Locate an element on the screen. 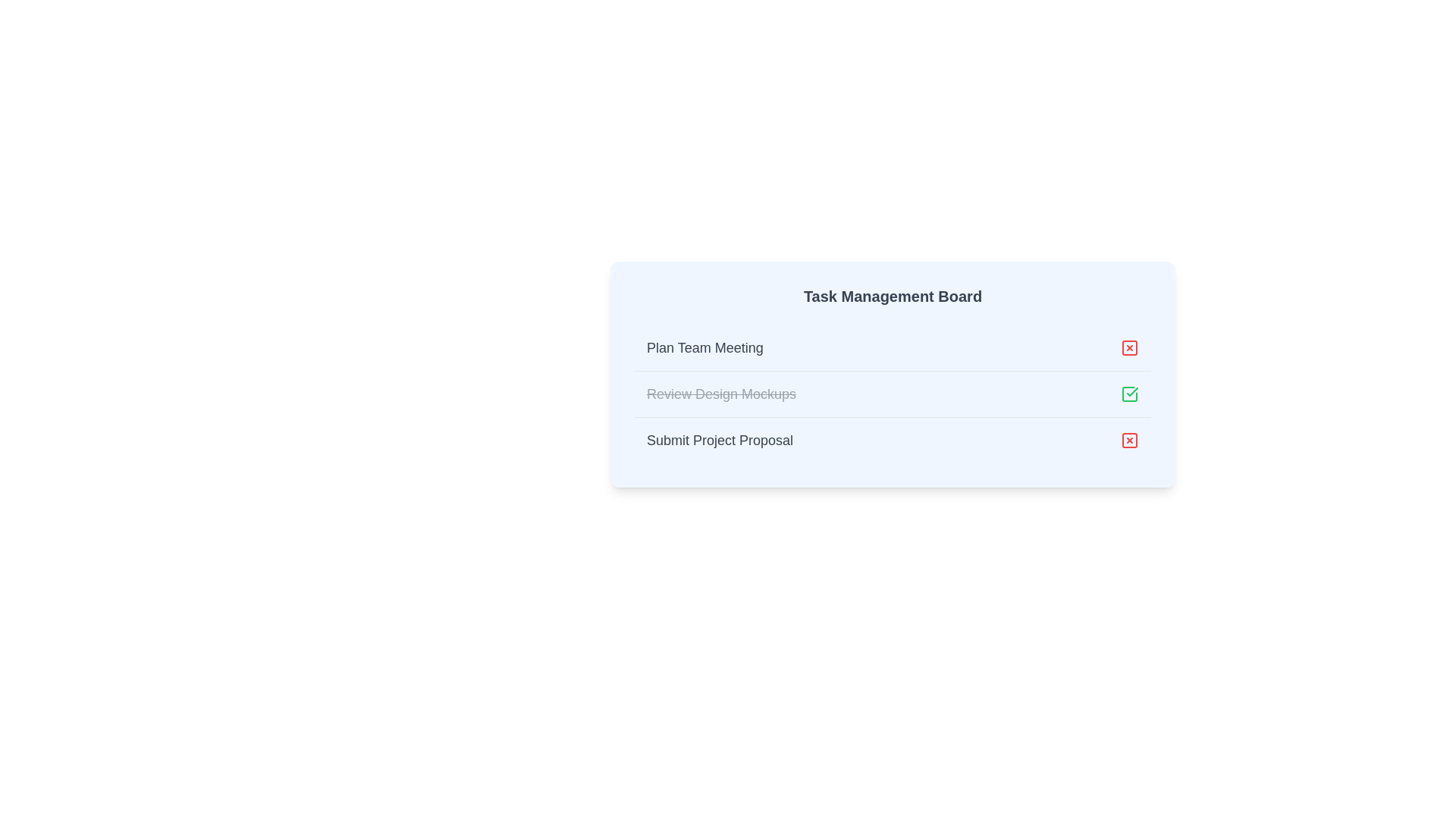  the red-bordered square icon with an 'X' symbol located to the right of the 'Plan Team Meeting' text is located at coordinates (1129, 348).